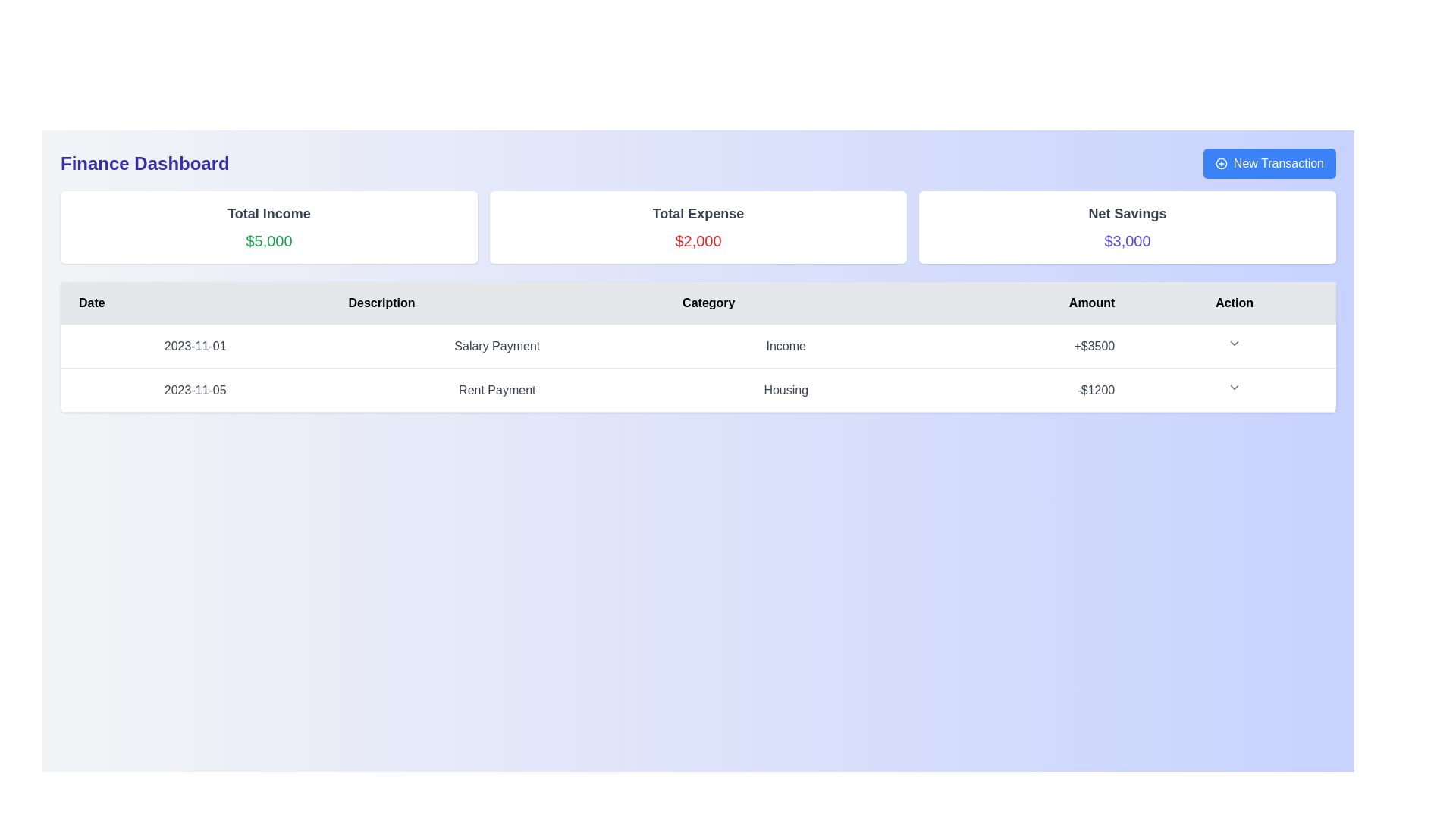 The image size is (1456, 819). Describe the element at coordinates (194, 346) in the screenshot. I see `the table cell displaying the date in the format 'YYYY-MM-DD' located in the first row and first column under the 'Date' header` at that location.